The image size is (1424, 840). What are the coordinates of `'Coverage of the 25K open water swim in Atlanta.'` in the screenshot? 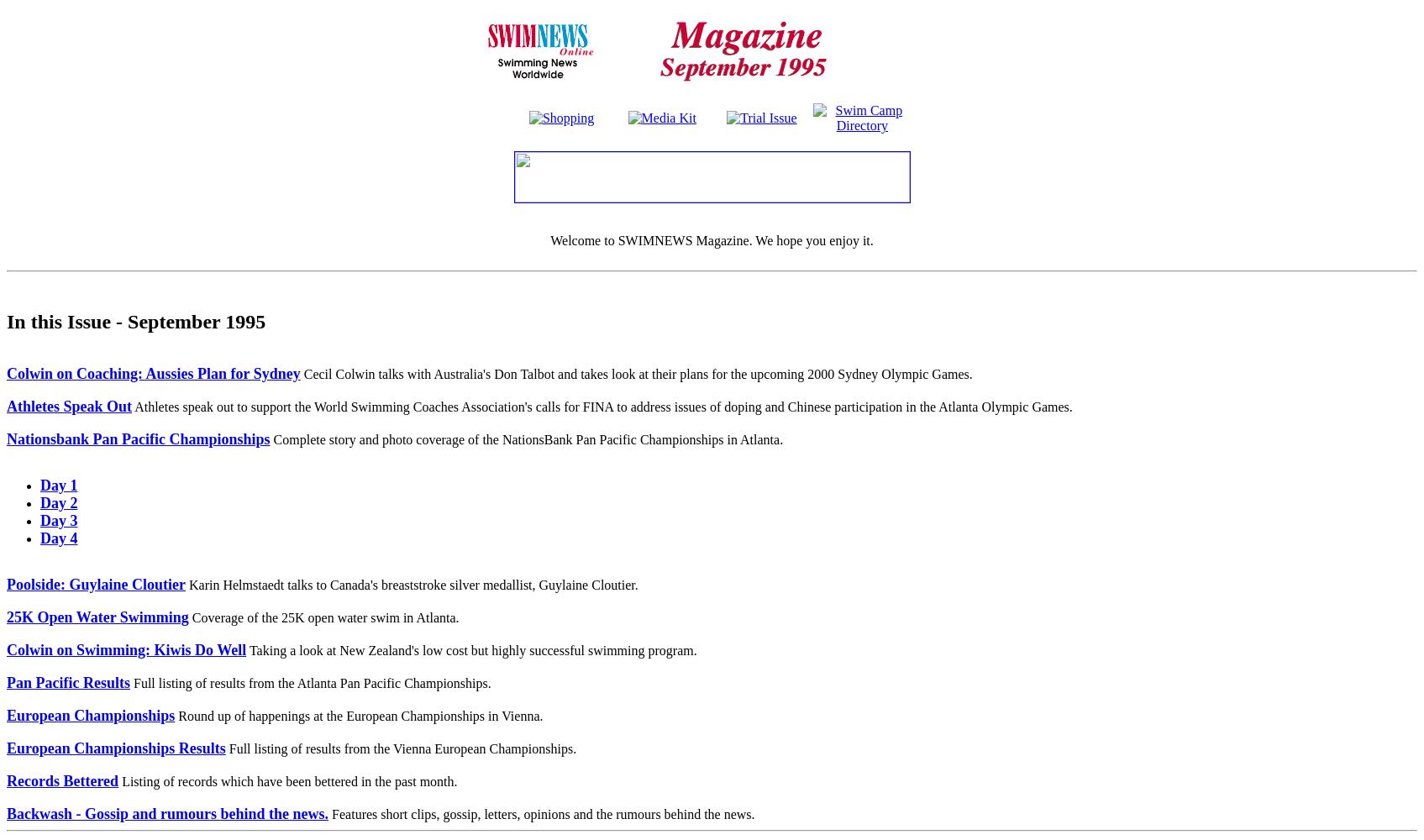 It's located at (187, 616).